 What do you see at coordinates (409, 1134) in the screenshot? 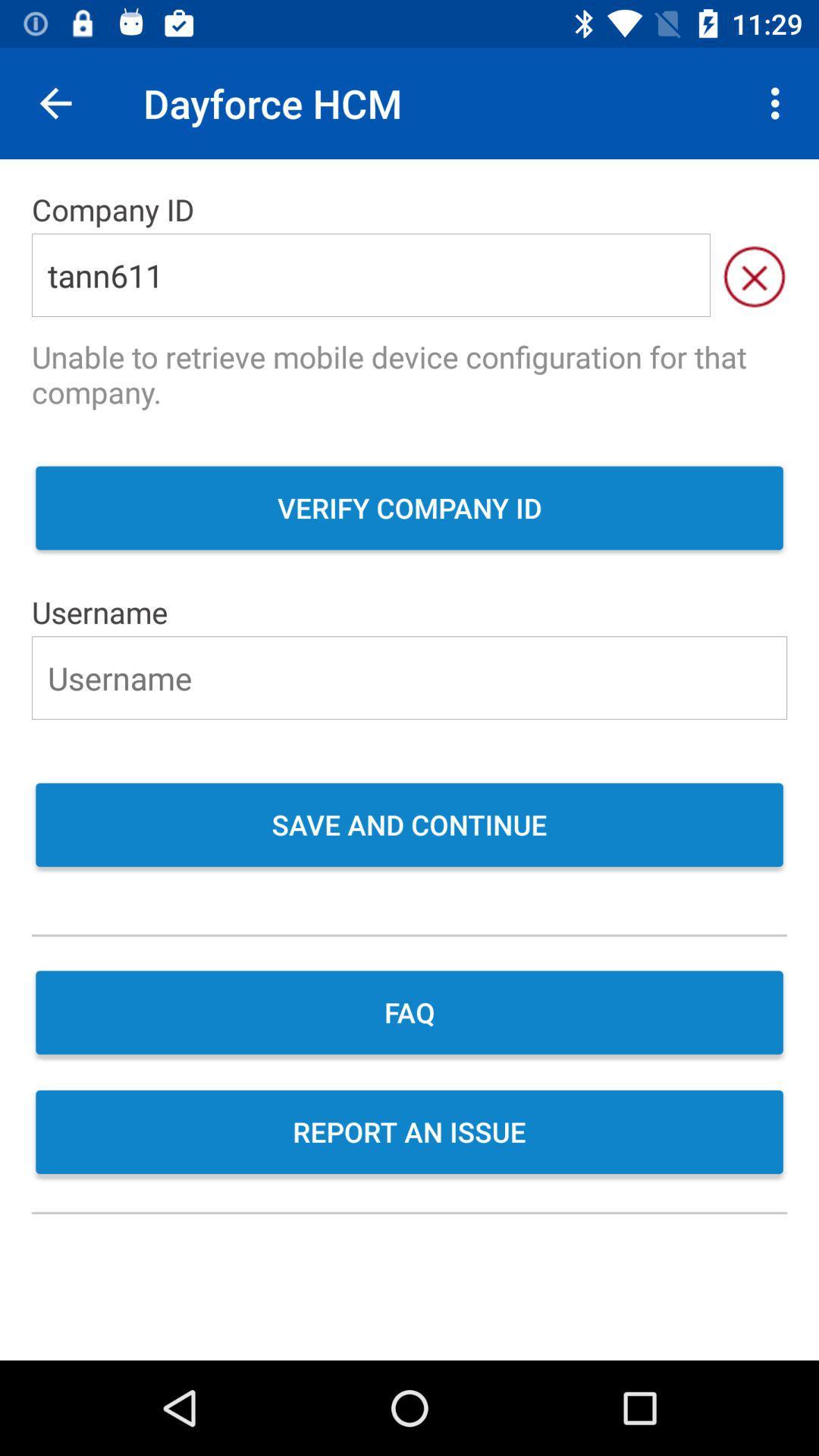
I see `the item below the faq item` at bounding box center [409, 1134].